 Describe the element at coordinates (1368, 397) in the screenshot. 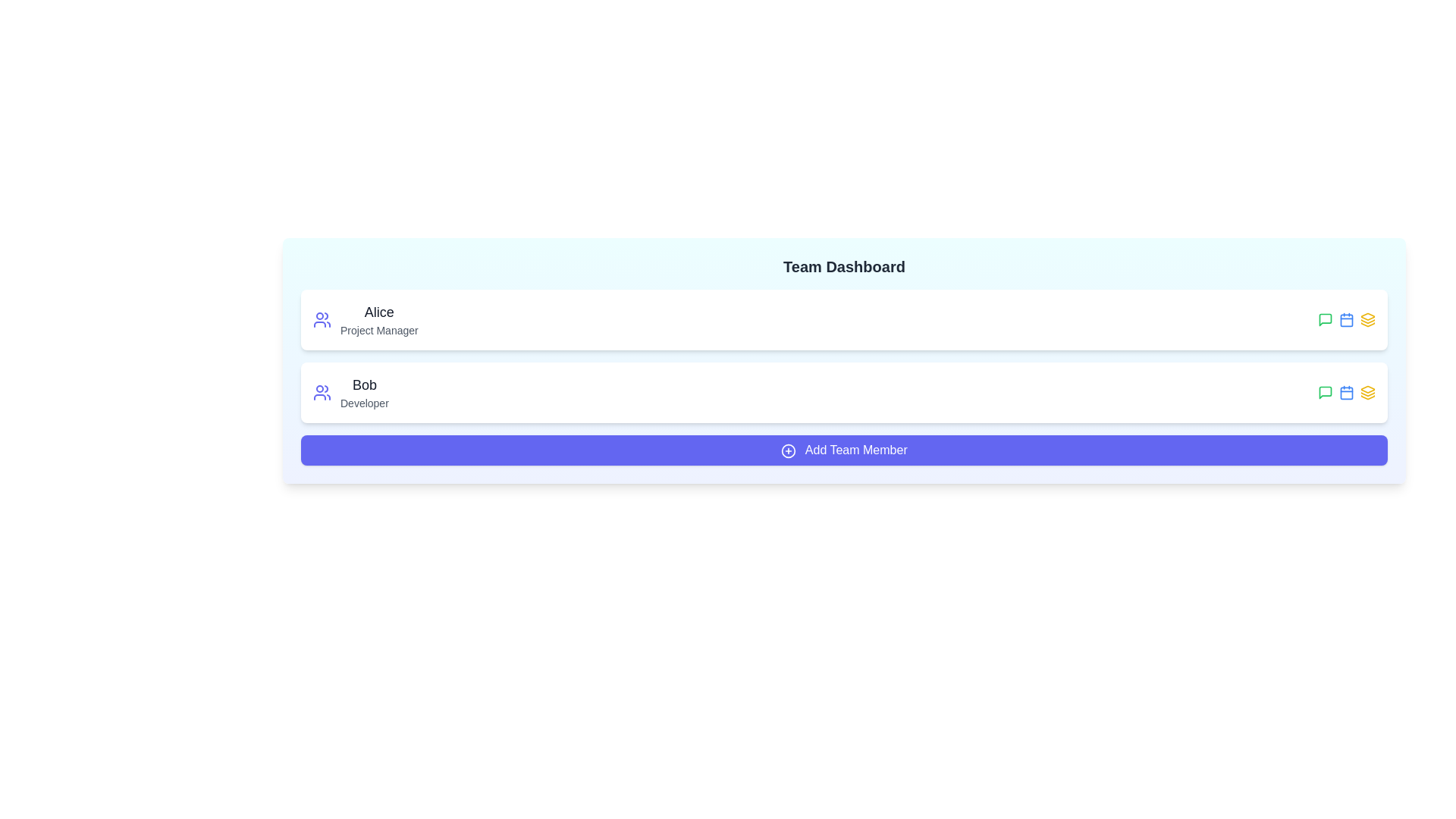

I see `the third triangular yellow icon located to the right of the 'Bob Developer' row` at that location.